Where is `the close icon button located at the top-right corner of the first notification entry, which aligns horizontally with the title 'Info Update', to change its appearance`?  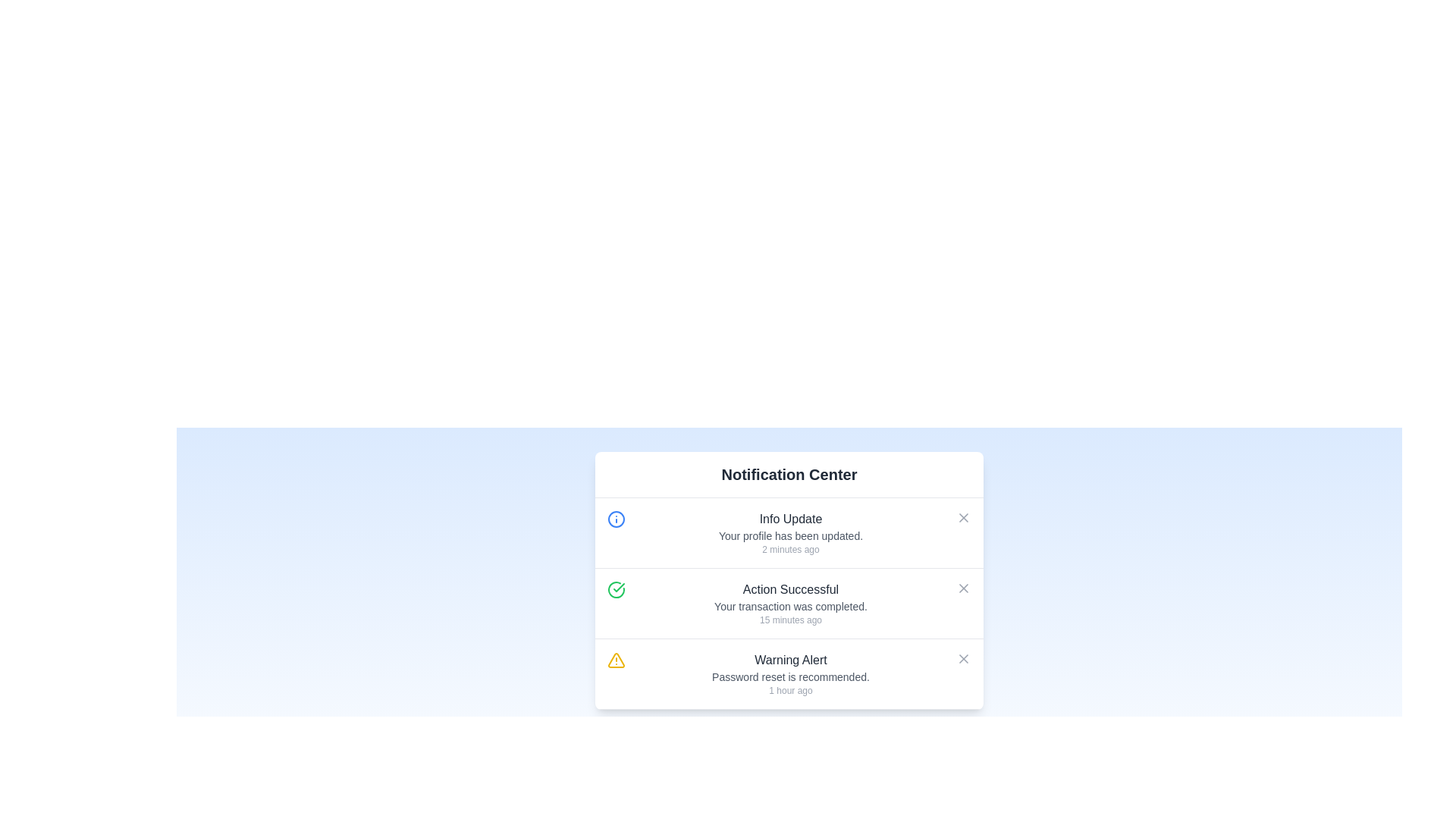
the close icon button located at the top-right corner of the first notification entry, which aligns horizontally with the title 'Info Update', to change its appearance is located at coordinates (963, 516).